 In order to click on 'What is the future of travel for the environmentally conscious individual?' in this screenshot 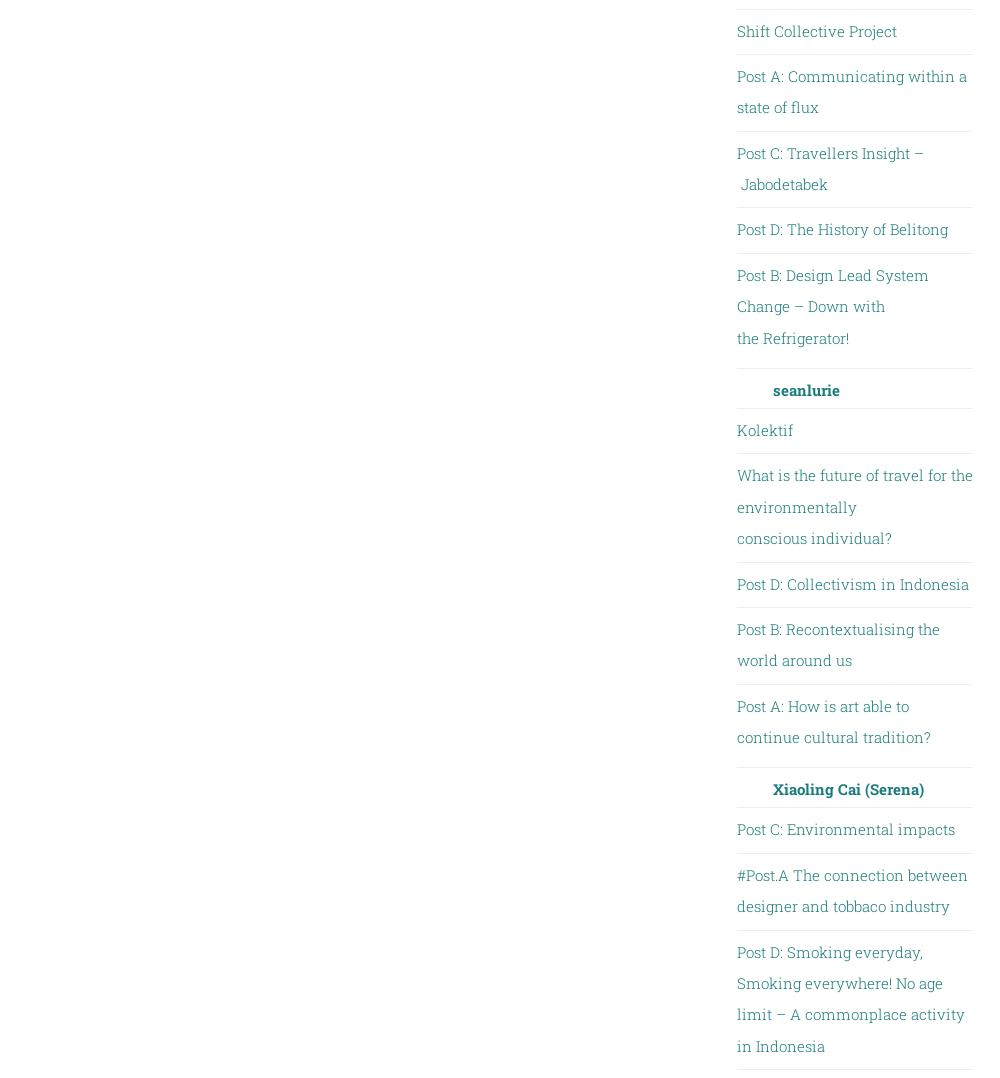, I will do `click(853, 506)`.